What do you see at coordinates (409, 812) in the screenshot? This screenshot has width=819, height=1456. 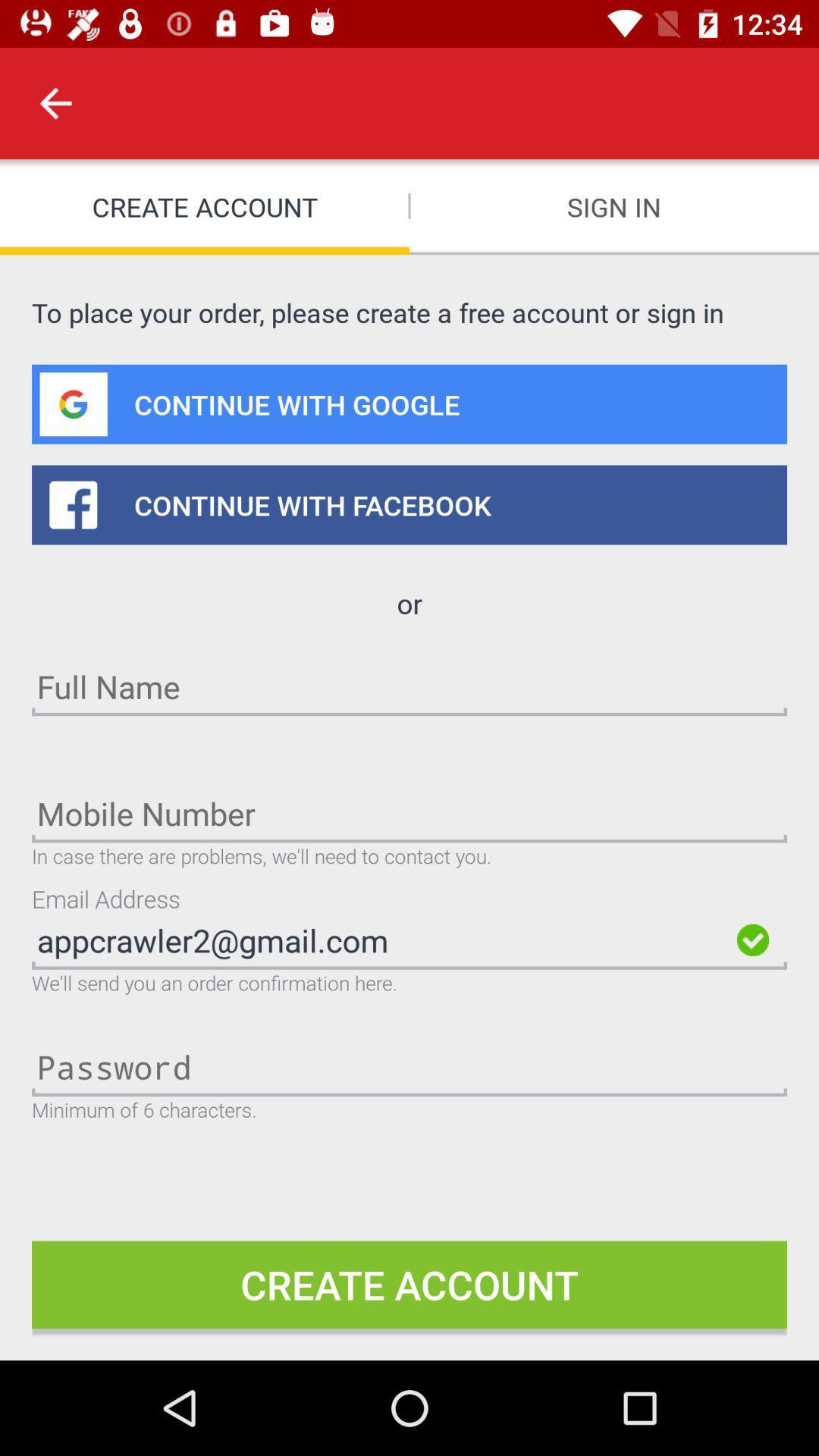 I see `the mobile number` at bounding box center [409, 812].